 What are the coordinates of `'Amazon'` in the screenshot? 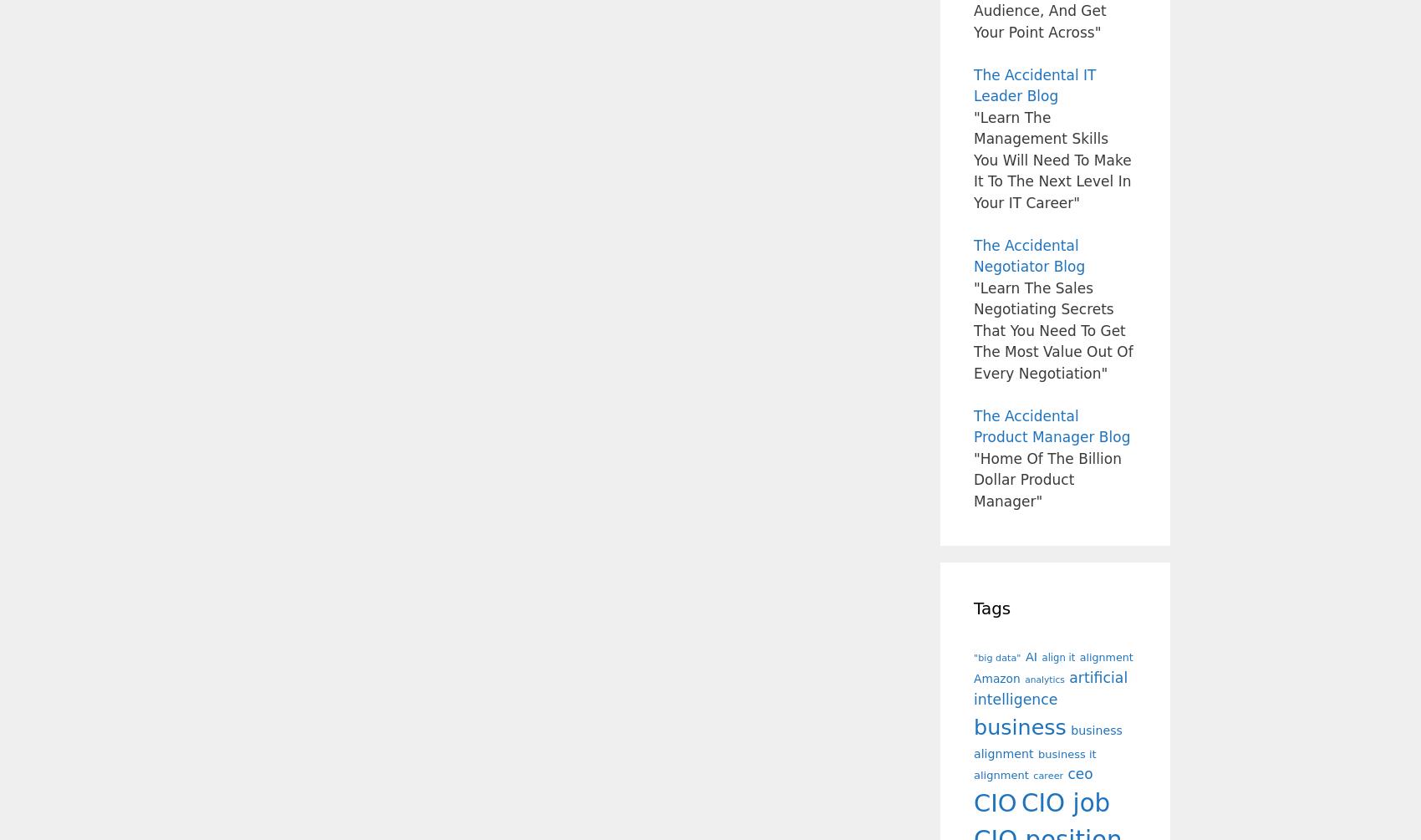 It's located at (996, 678).